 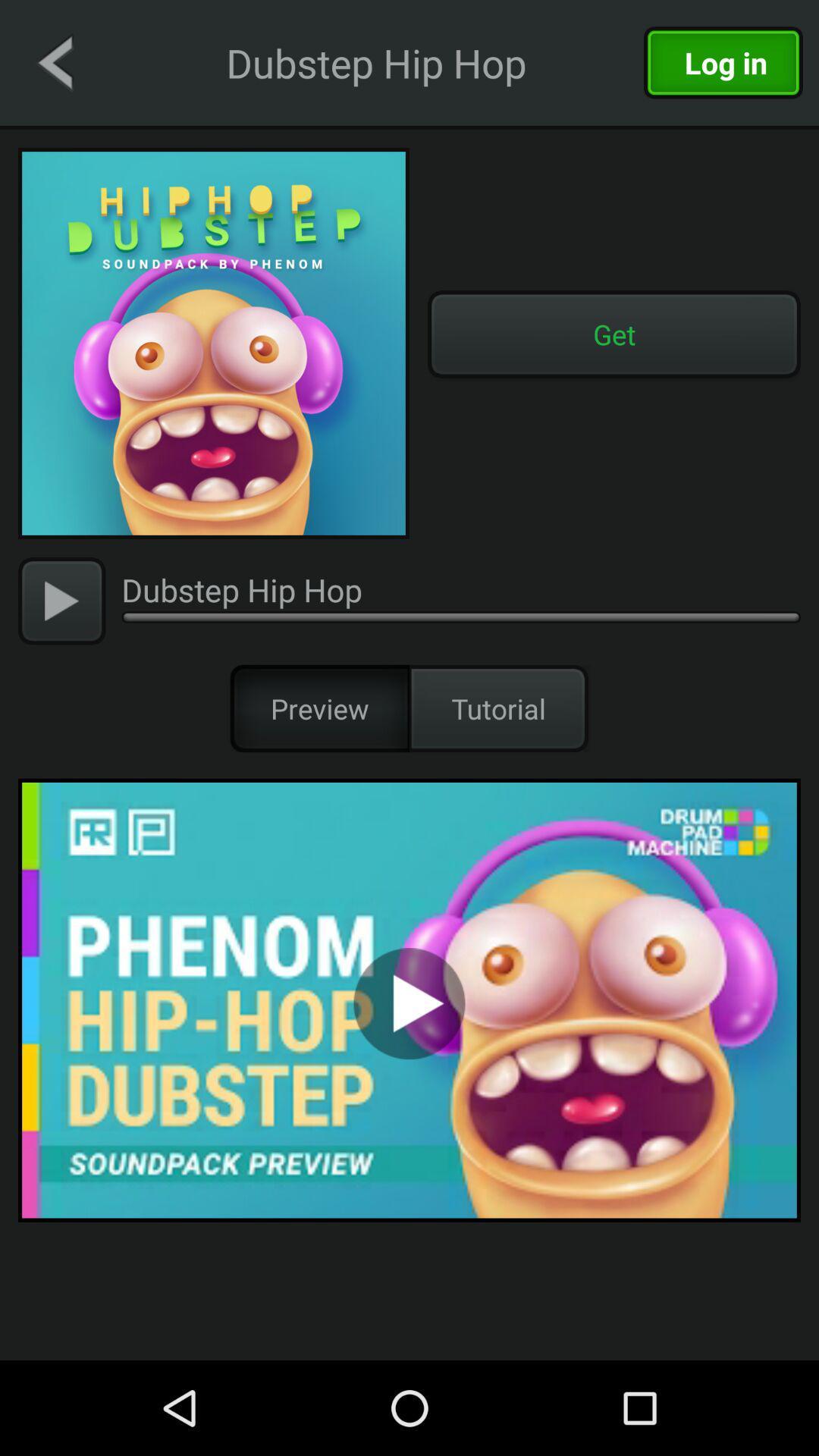 I want to click on the arrow_backward icon, so click(x=54, y=61).